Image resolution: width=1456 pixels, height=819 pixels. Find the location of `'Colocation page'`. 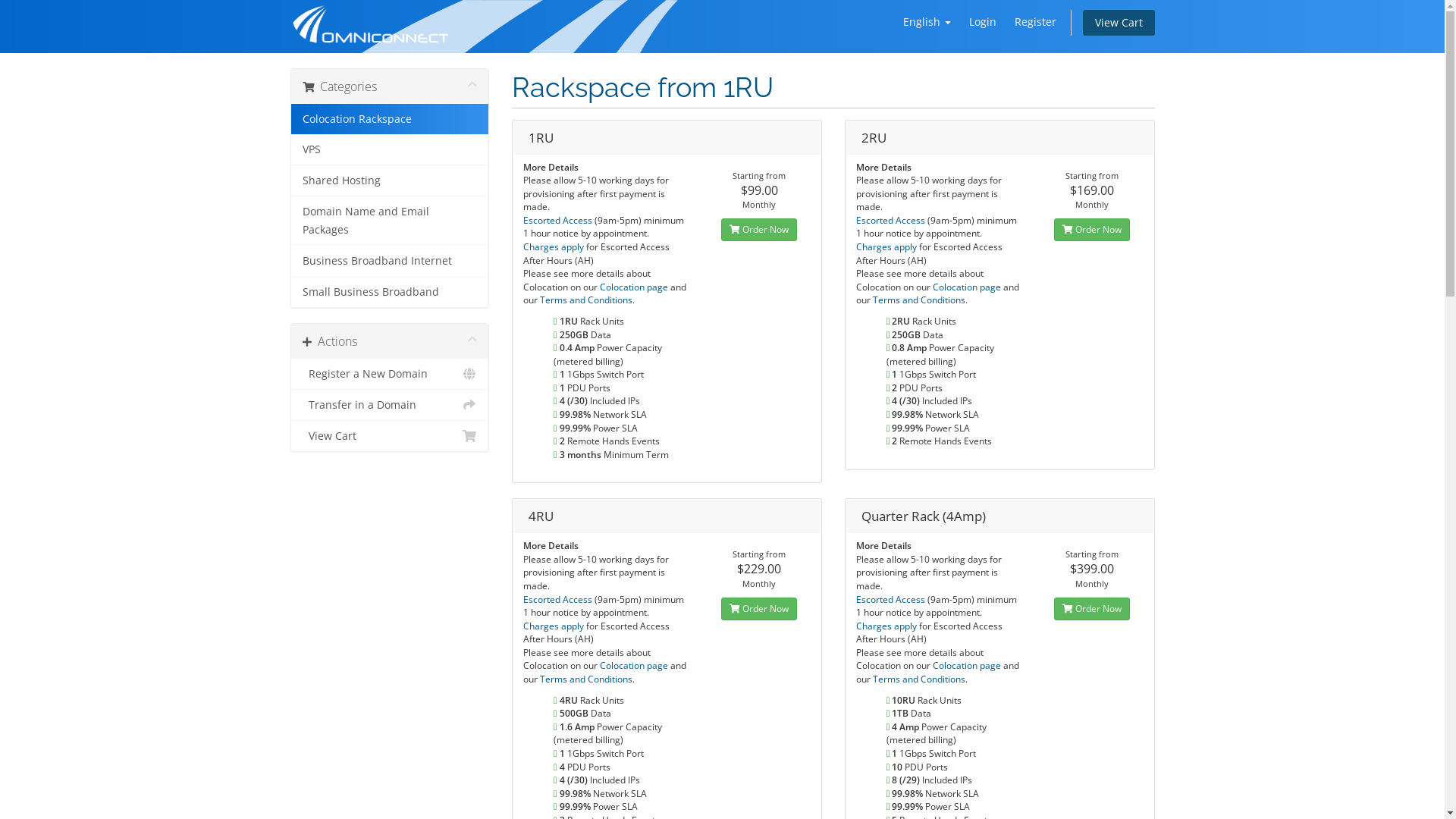

'Colocation page' is located at coordinates (635, 287).